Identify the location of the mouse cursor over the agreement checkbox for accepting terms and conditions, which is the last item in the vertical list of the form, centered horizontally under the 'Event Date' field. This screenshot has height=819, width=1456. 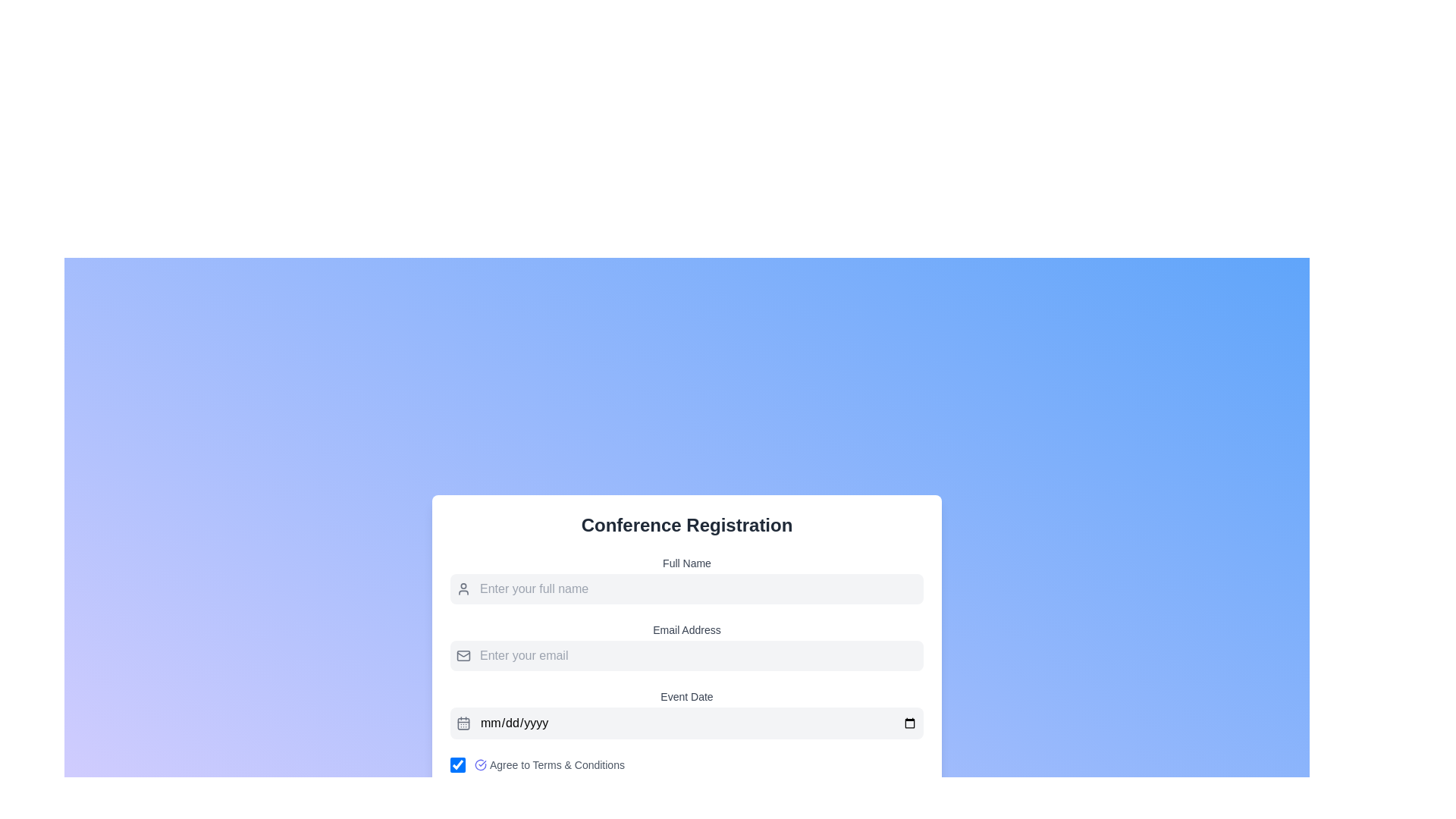
(686, 765).